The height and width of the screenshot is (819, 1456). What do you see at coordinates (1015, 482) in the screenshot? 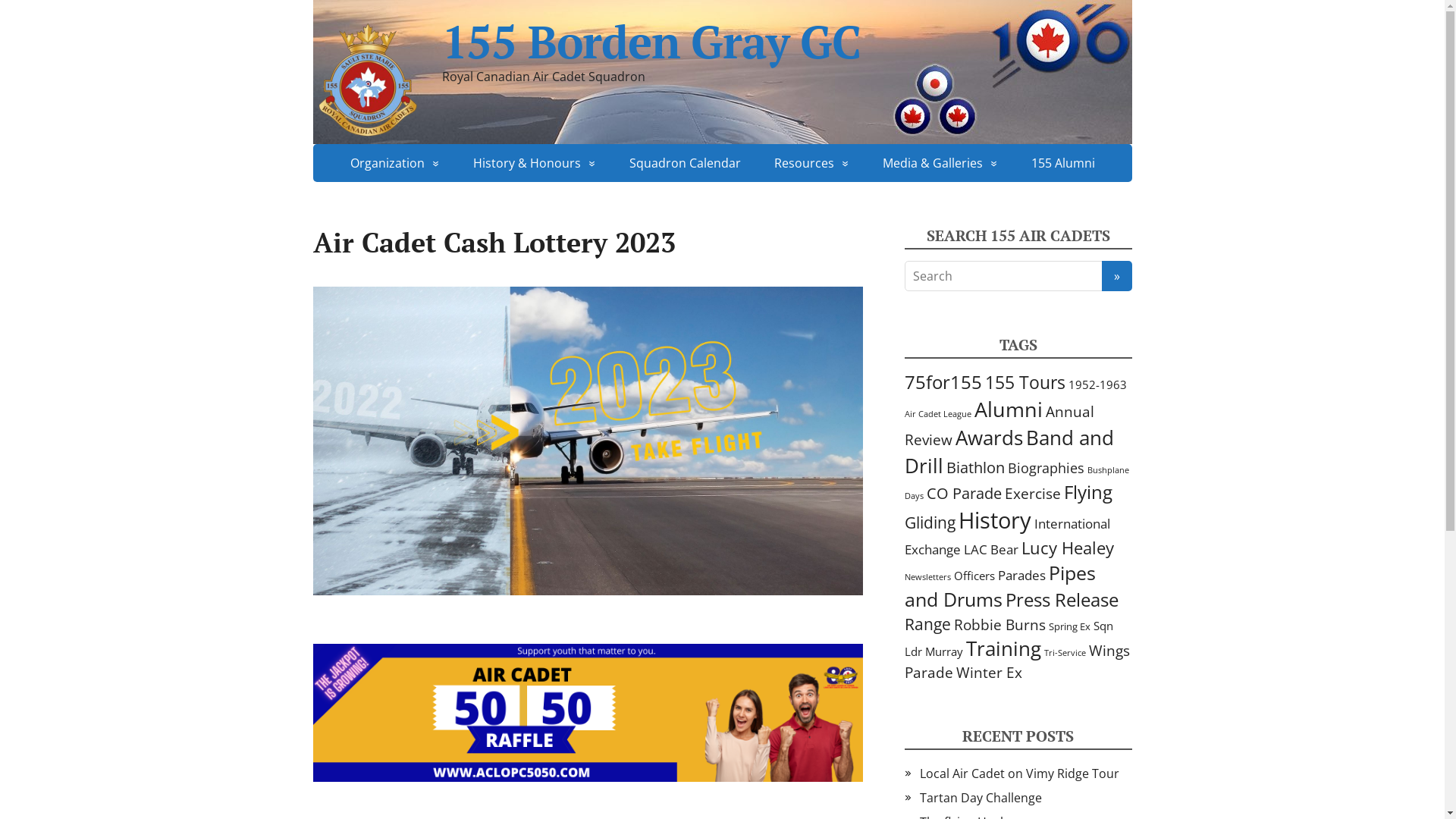
I see `'Bushplane Days'` at bounding box center [1015, 482].